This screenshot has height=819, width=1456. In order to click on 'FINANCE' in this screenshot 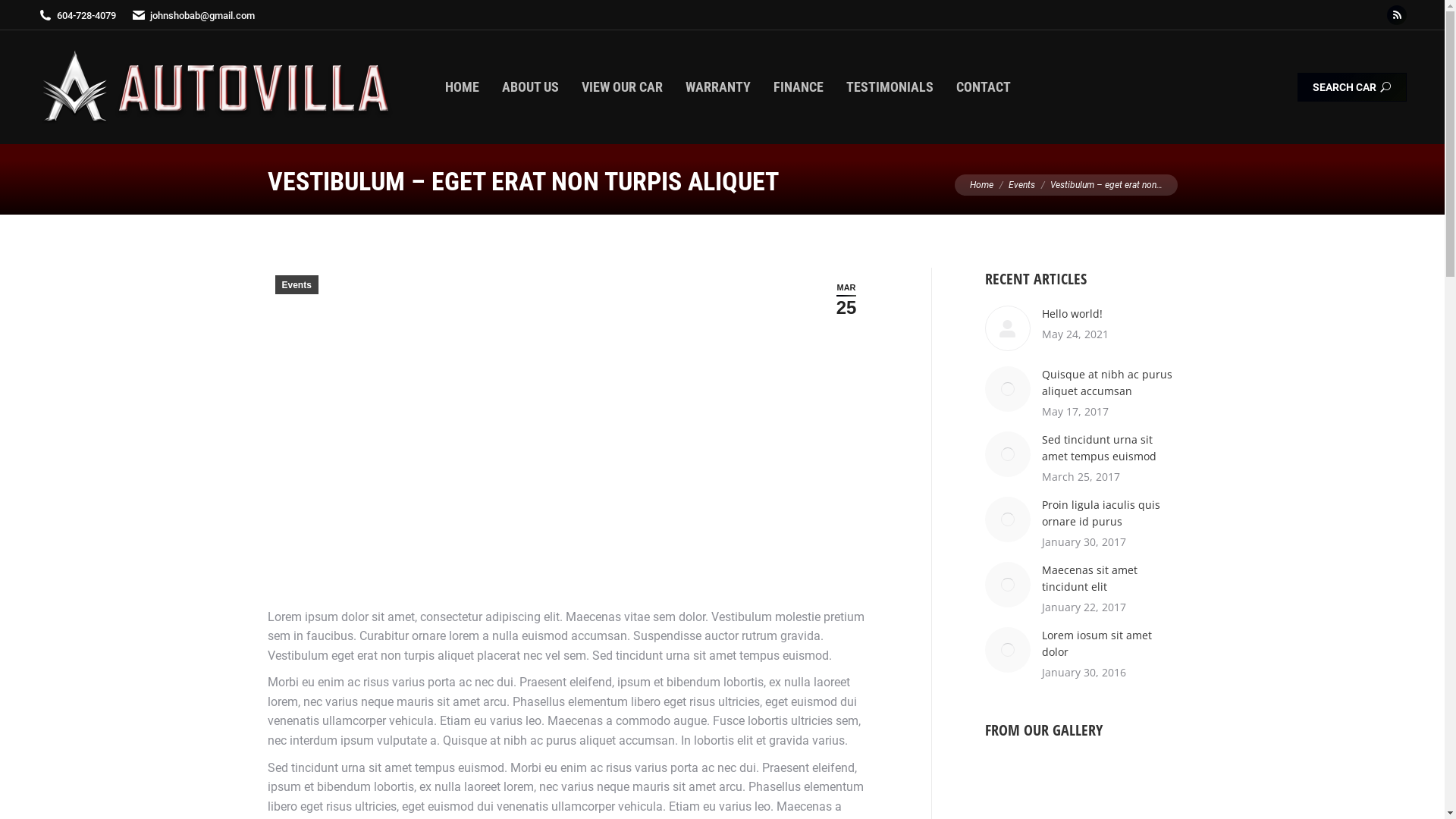, I will do `click(797, 87)`.